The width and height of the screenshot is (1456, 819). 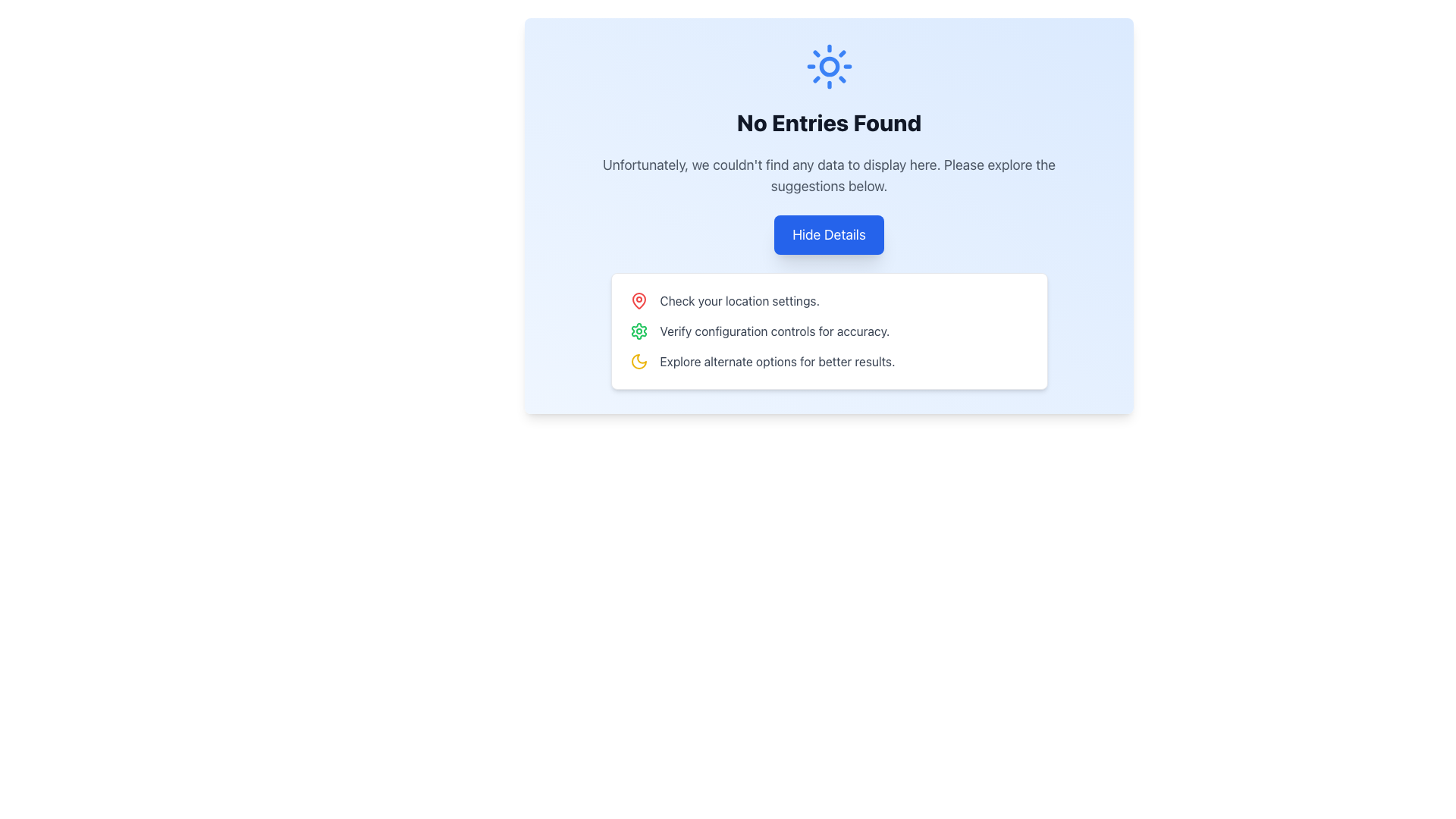 What do you see at coordinates (739, 301) in the screenshot?
I see `the Text Label that provides suggestions to adjust location-related settings, located beneath the 'No Entries Found' heading and to the right of a map pin icon` at bounding box center [739, 301].